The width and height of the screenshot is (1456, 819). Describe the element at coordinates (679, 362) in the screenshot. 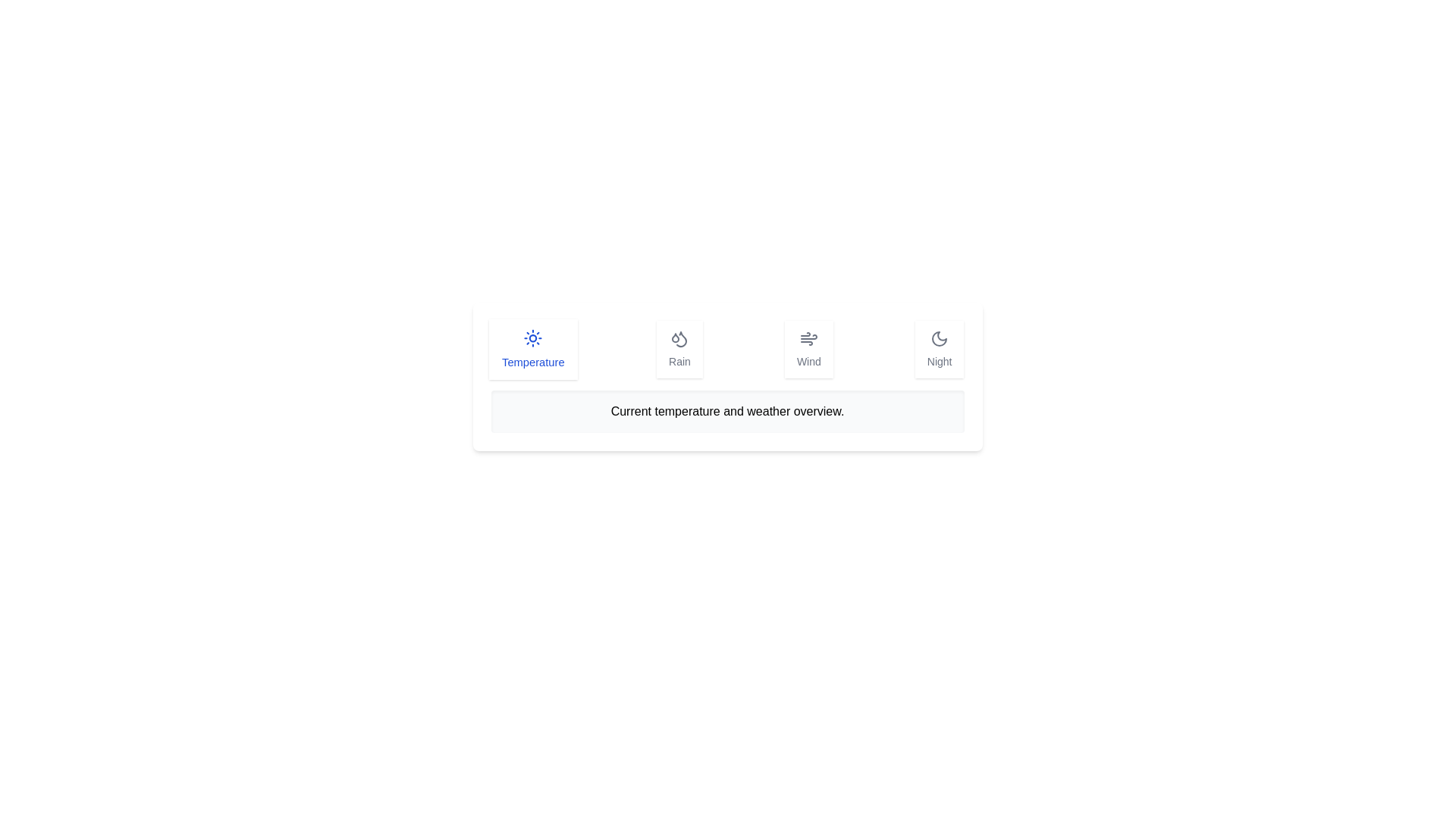

I see `the label indicating rain or precipitation information, which is centered in the second icon group between 'Temperature' and 'Wind'` at that location.